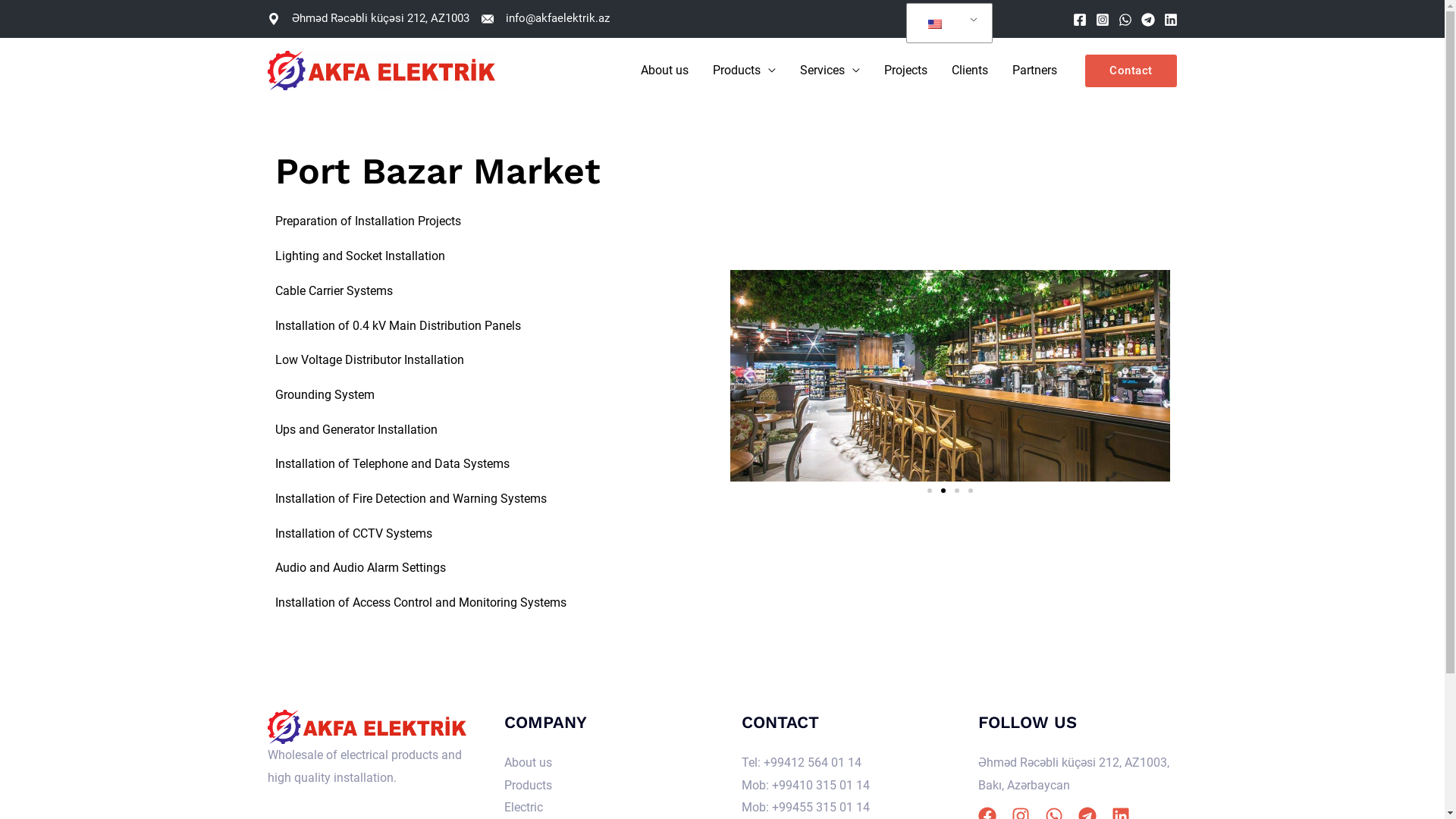  What do you see at coordinates (744, 70) in the screenshot?
I see `'Products'` at bounding box center [744, 70].